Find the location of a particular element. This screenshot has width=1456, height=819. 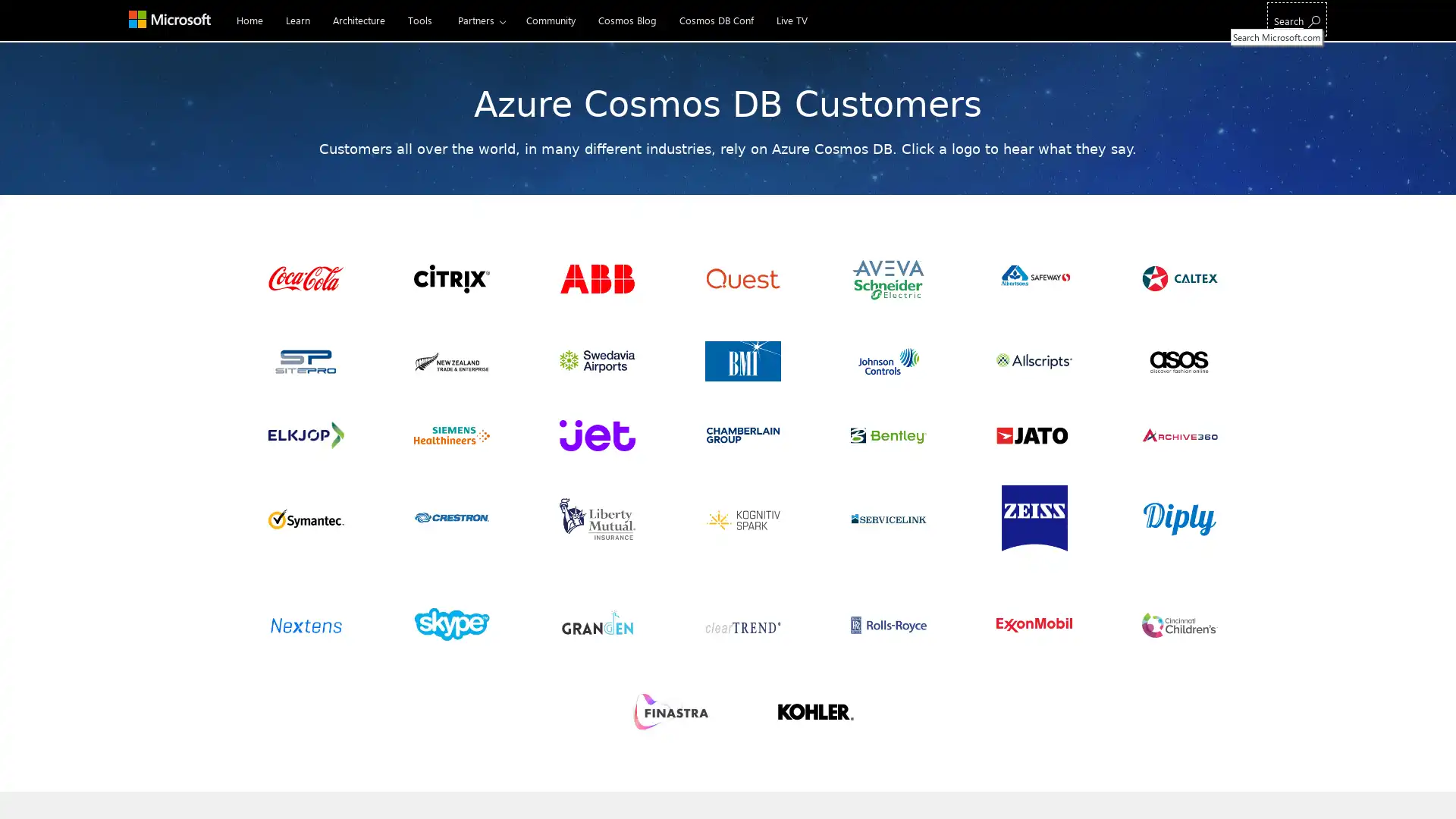

Partners is located at coordinates (480, 20).